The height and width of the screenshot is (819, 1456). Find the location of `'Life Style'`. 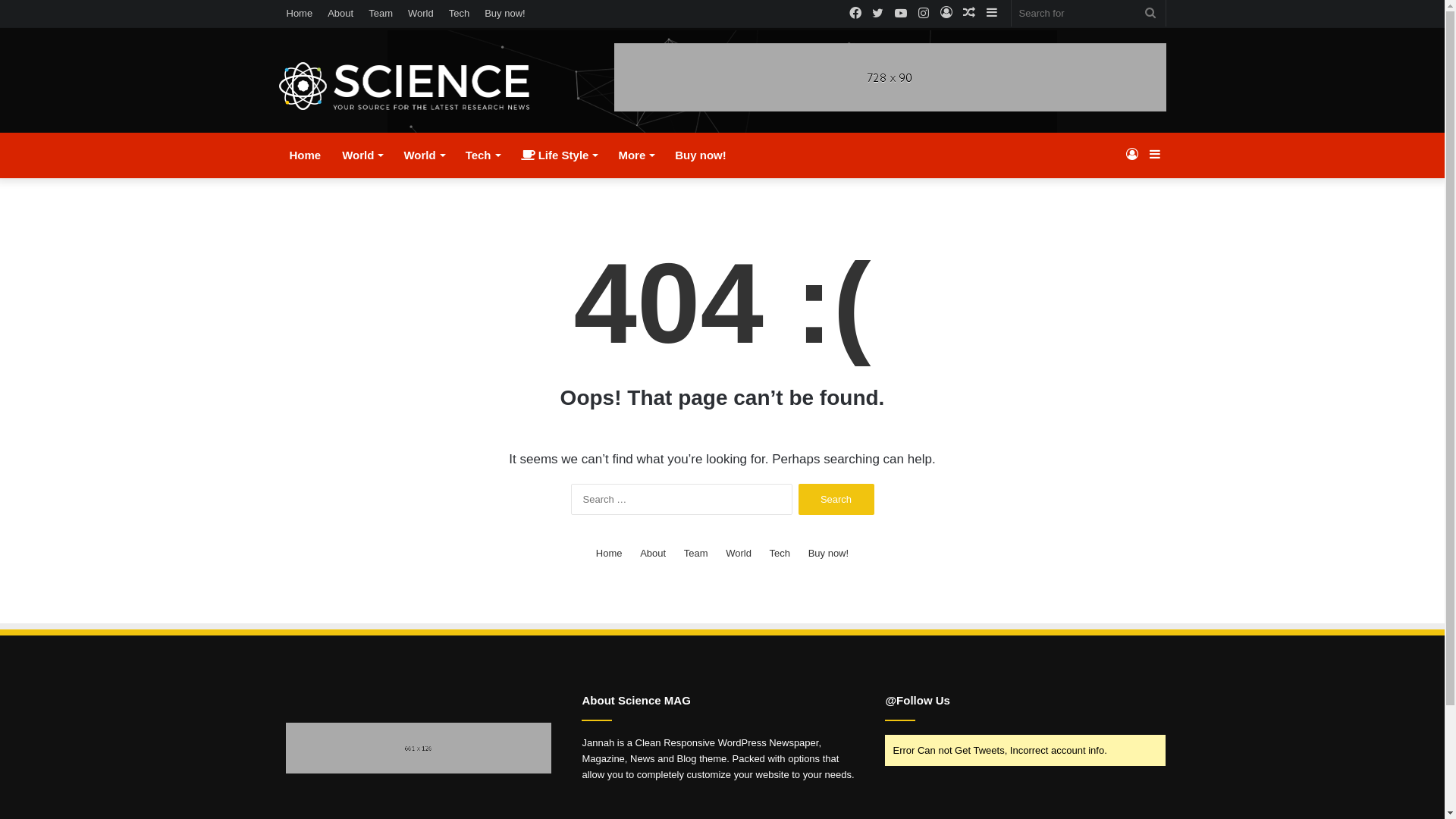

'Life Style' is located at coordinates (558, 155).